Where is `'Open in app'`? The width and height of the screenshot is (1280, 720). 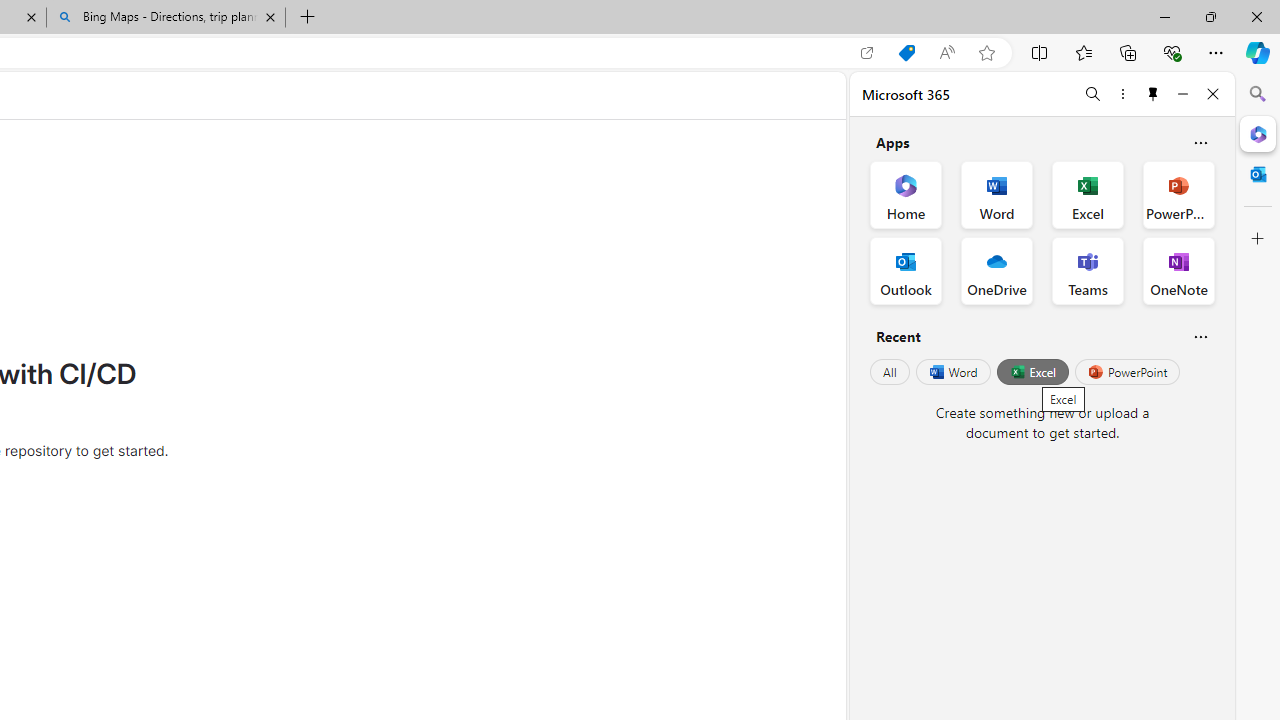 'Open in app' is located at coordinates (867, 52).